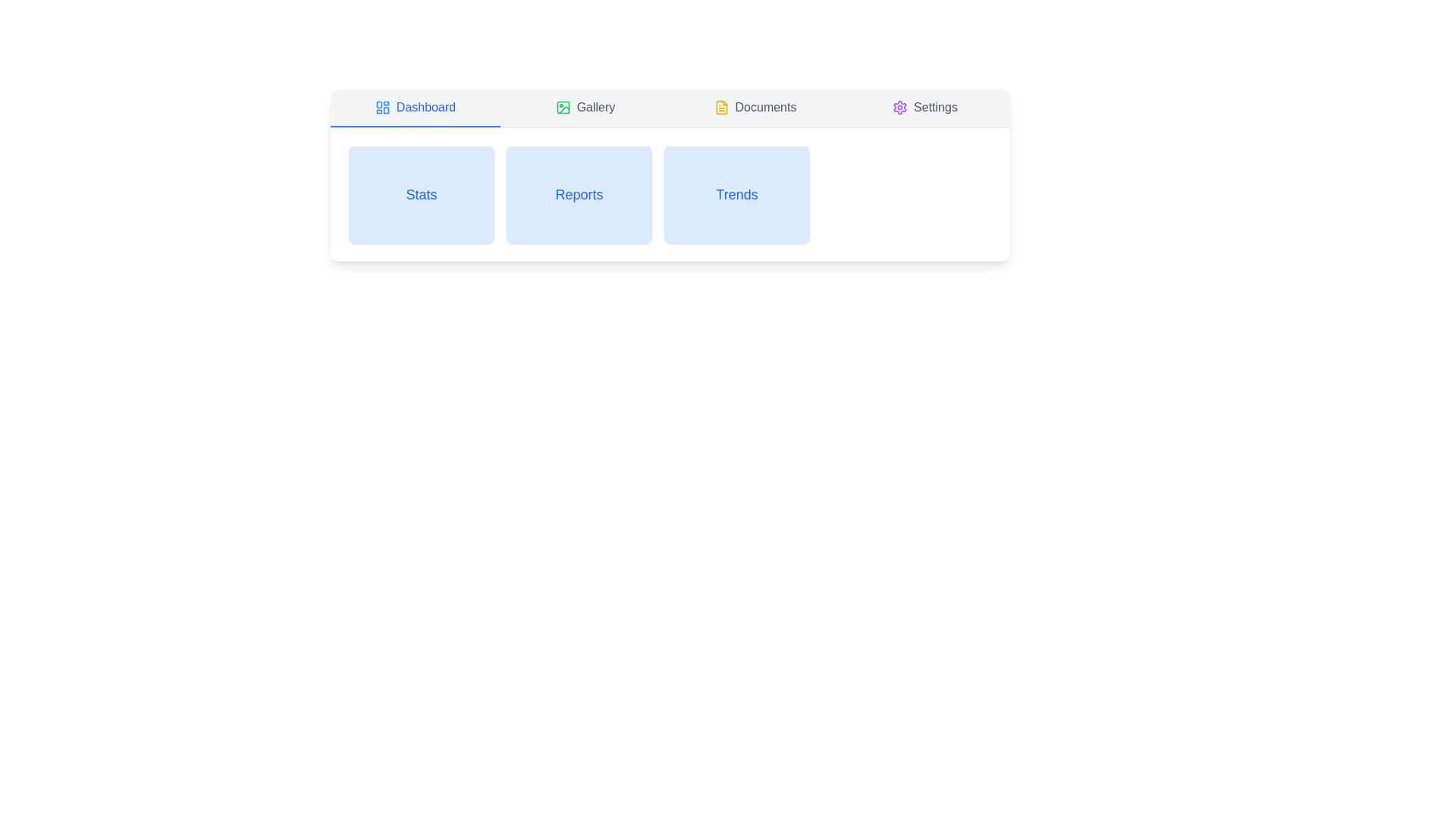 This screenshot has width=1456, height=819. Describe the element at coordinates (422, 194) in the screenshot. I see `the 'Stats' text label, which serves as an identifier for a section related to statistics, located in the upper-mid section of the interface` at that location.